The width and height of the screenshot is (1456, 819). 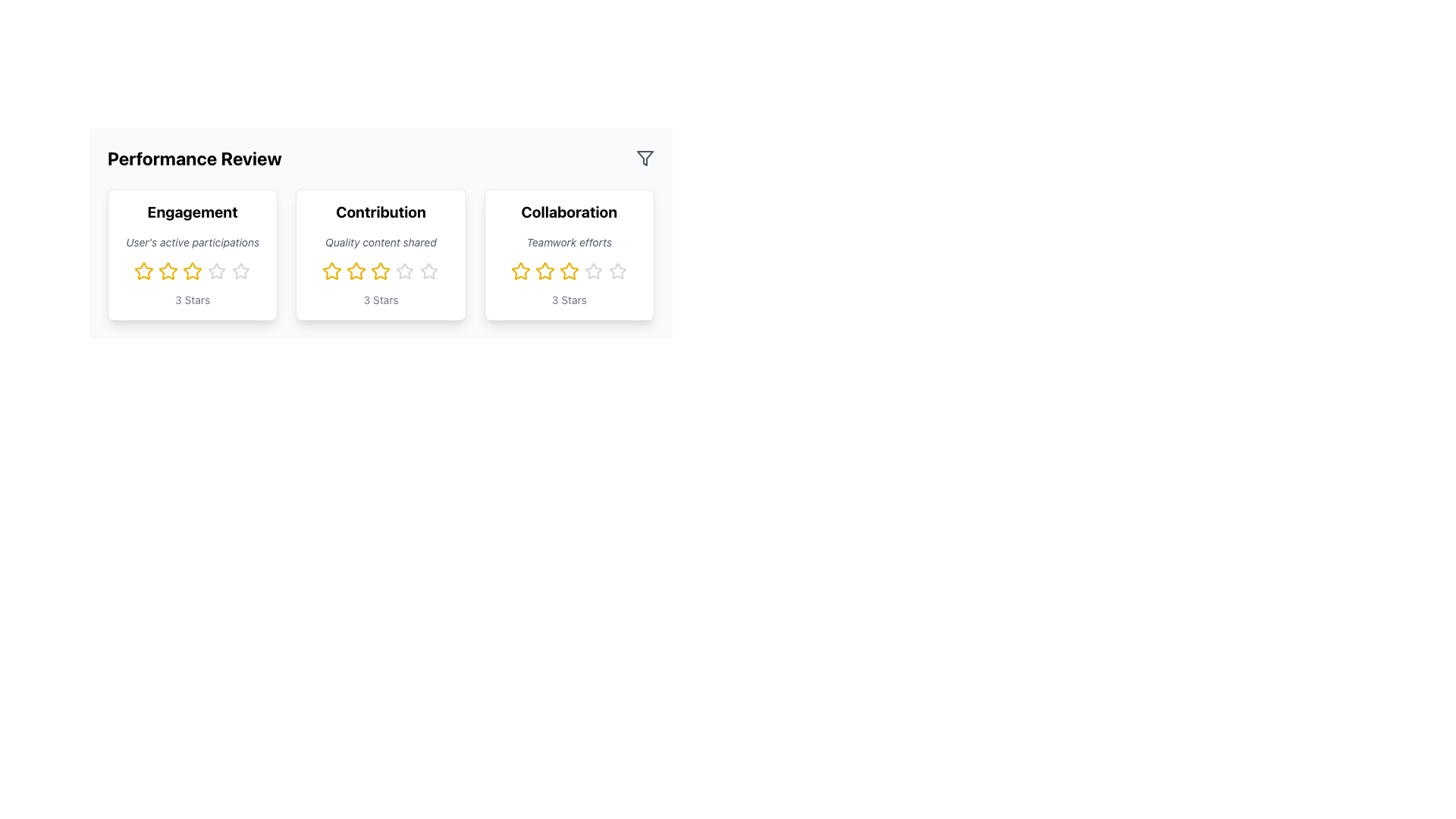 I want to click on the second golden yellow star-shaped rating icon in the 'Contribution' performance card, so click(x=331, y=271).